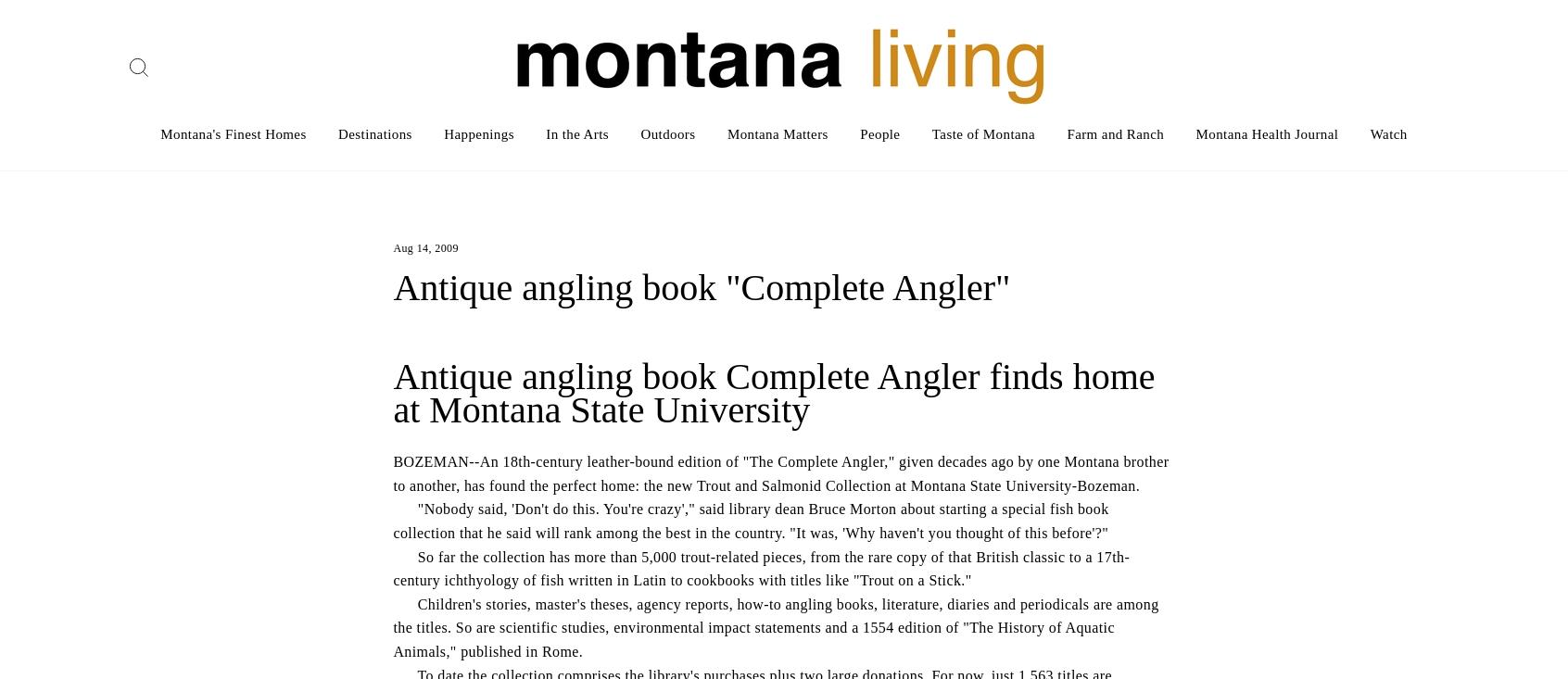 The image size is (1568, 679). Describe the element at coordinates (392, 626) in the screenshot. I see `'Children's stories, master's theses, agency reports, how-to angling books, literature, diaries and periodicals are among the titles. So are scientific studies, environmental impact statements and a 1554 edition of "The History of Aquatic Animals," published in Rome.'` at that location.